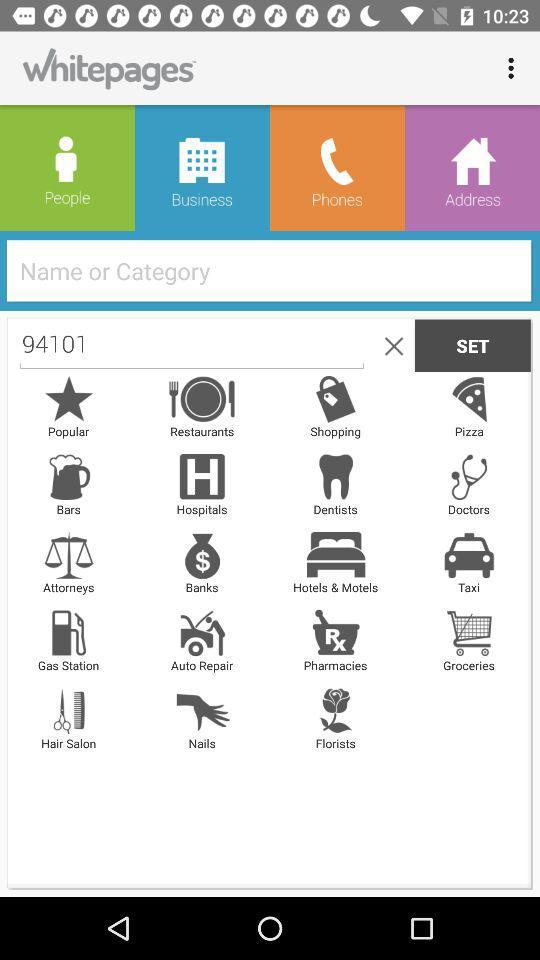  What do you see at coordinates (390, 345) in the screenshot?
I see `the item next to 94101` at bounding box center [390, 345].